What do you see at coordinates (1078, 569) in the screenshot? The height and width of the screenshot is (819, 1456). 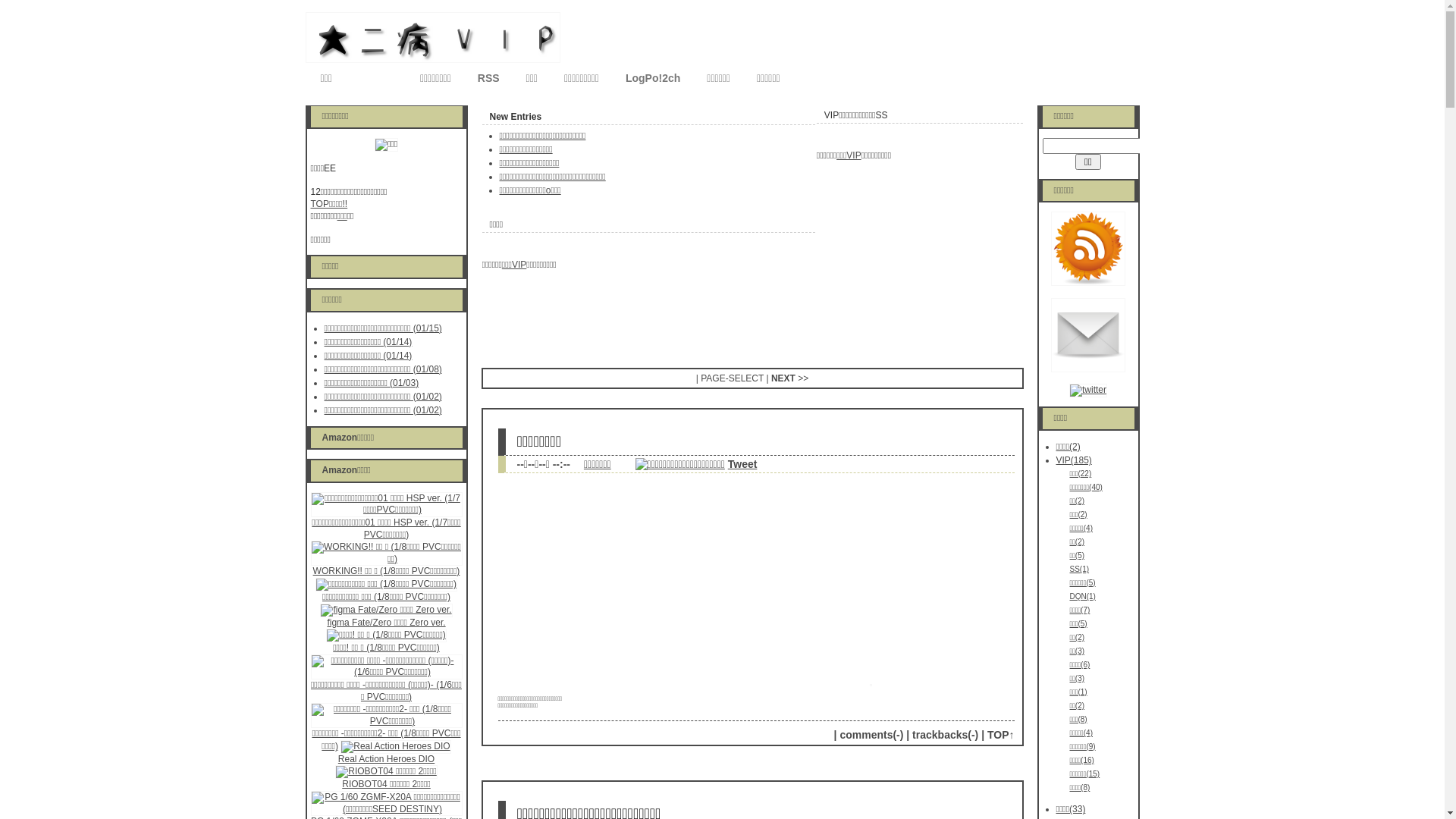 I see `'SS(1)'` at bounding box center [1078, 569].